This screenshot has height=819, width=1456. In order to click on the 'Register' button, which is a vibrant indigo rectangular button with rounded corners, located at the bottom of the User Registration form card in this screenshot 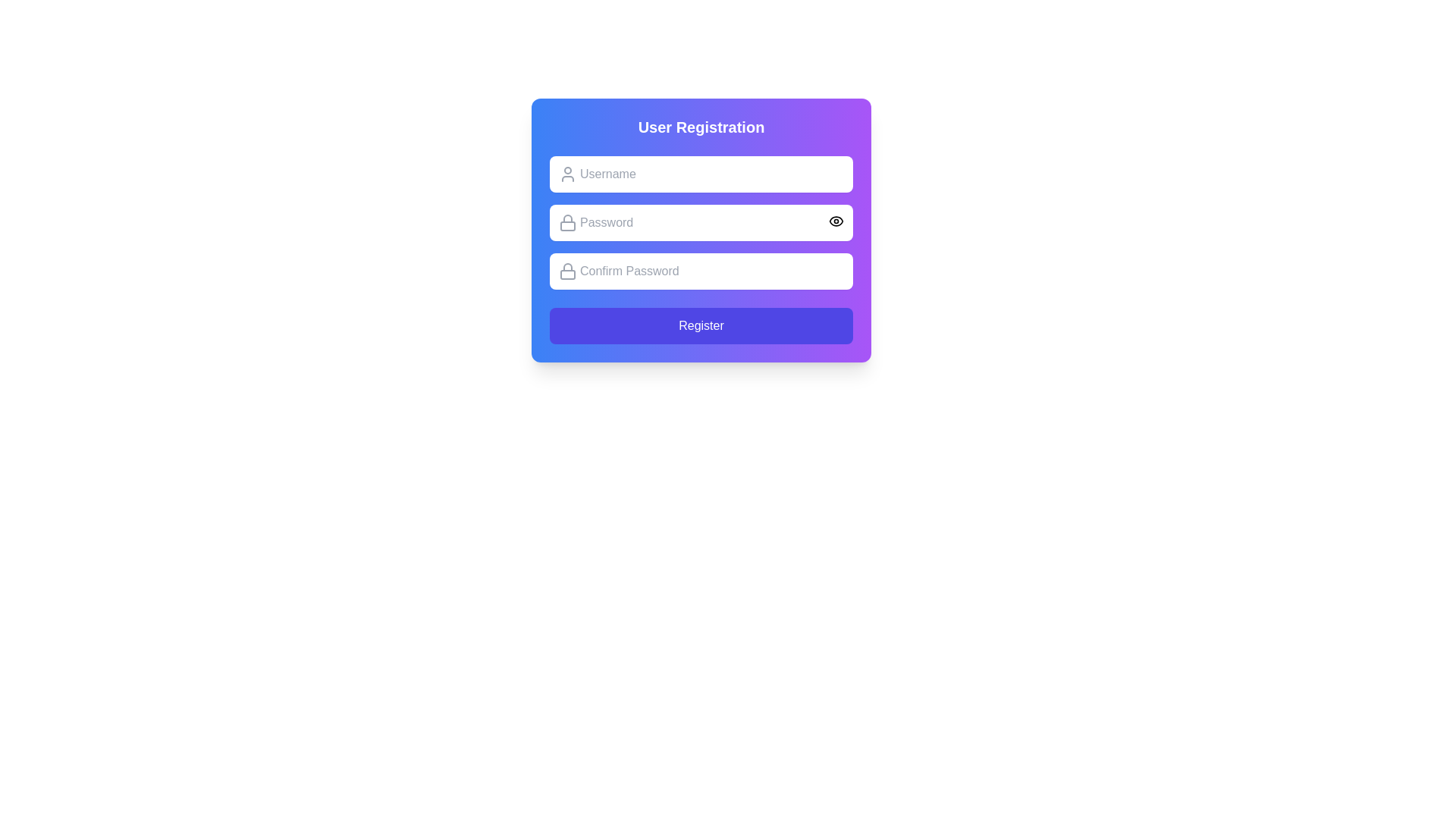, I will do `click(701, 325)`.